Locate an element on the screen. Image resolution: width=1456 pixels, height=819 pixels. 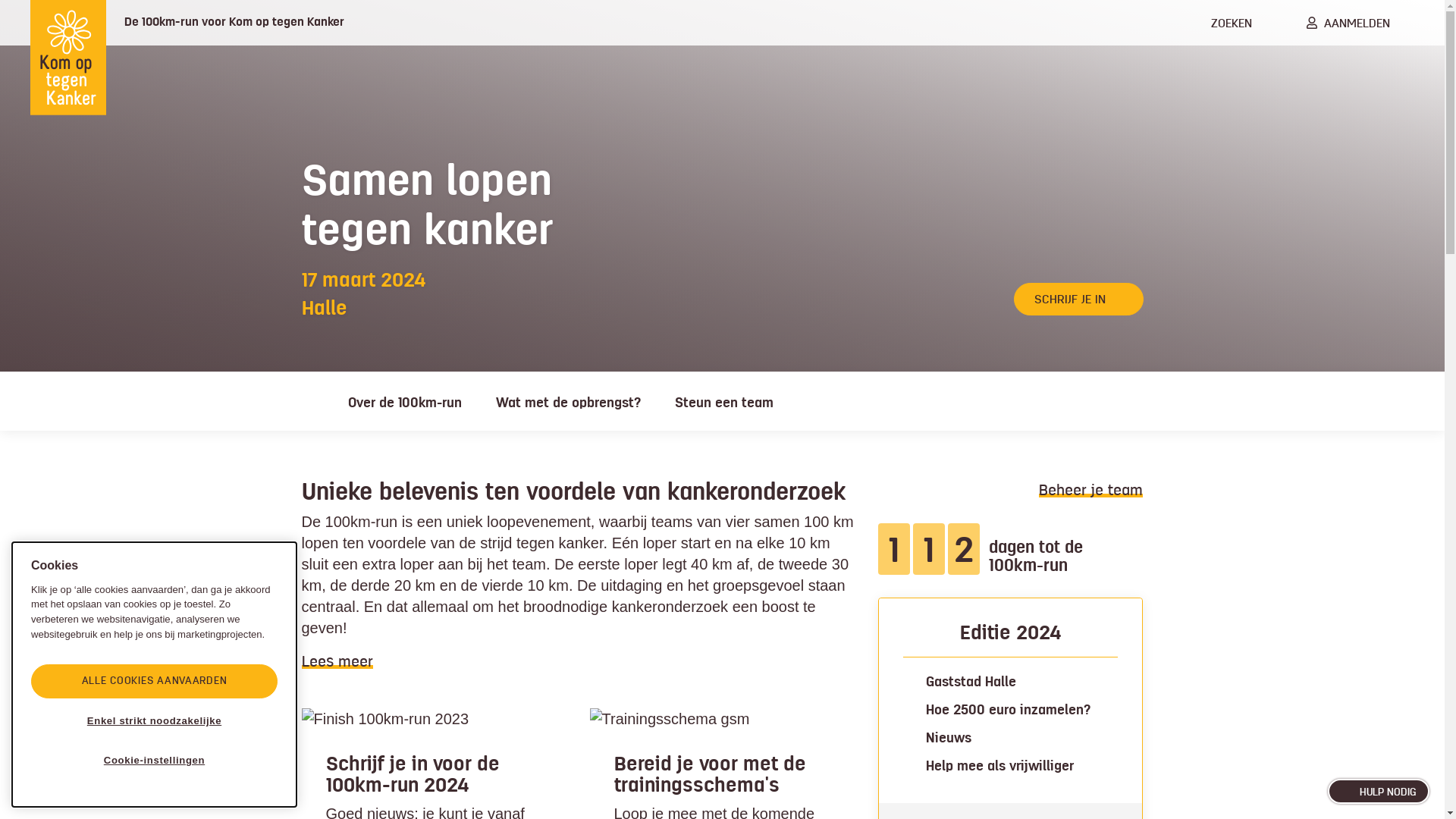
'Nieuws' is located at coordinates (946, 736).